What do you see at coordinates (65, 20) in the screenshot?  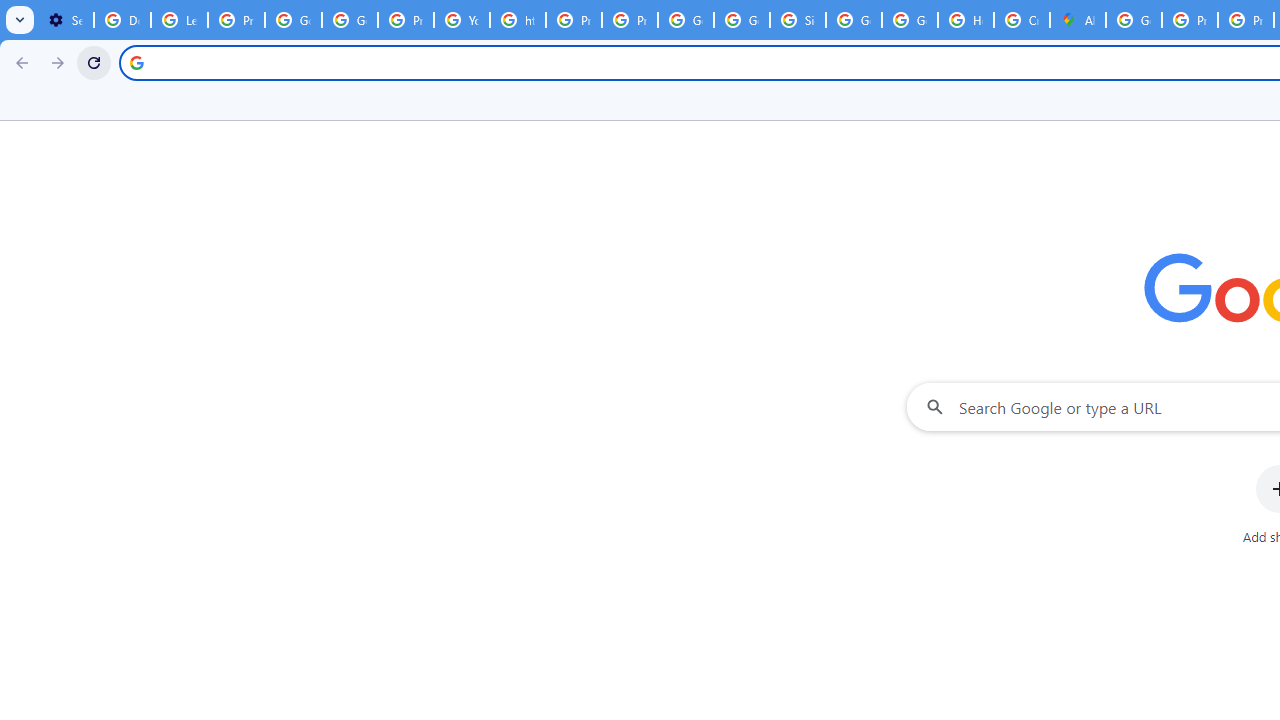 I see `'Settings - On startup'` at bounding box center [65, 20].